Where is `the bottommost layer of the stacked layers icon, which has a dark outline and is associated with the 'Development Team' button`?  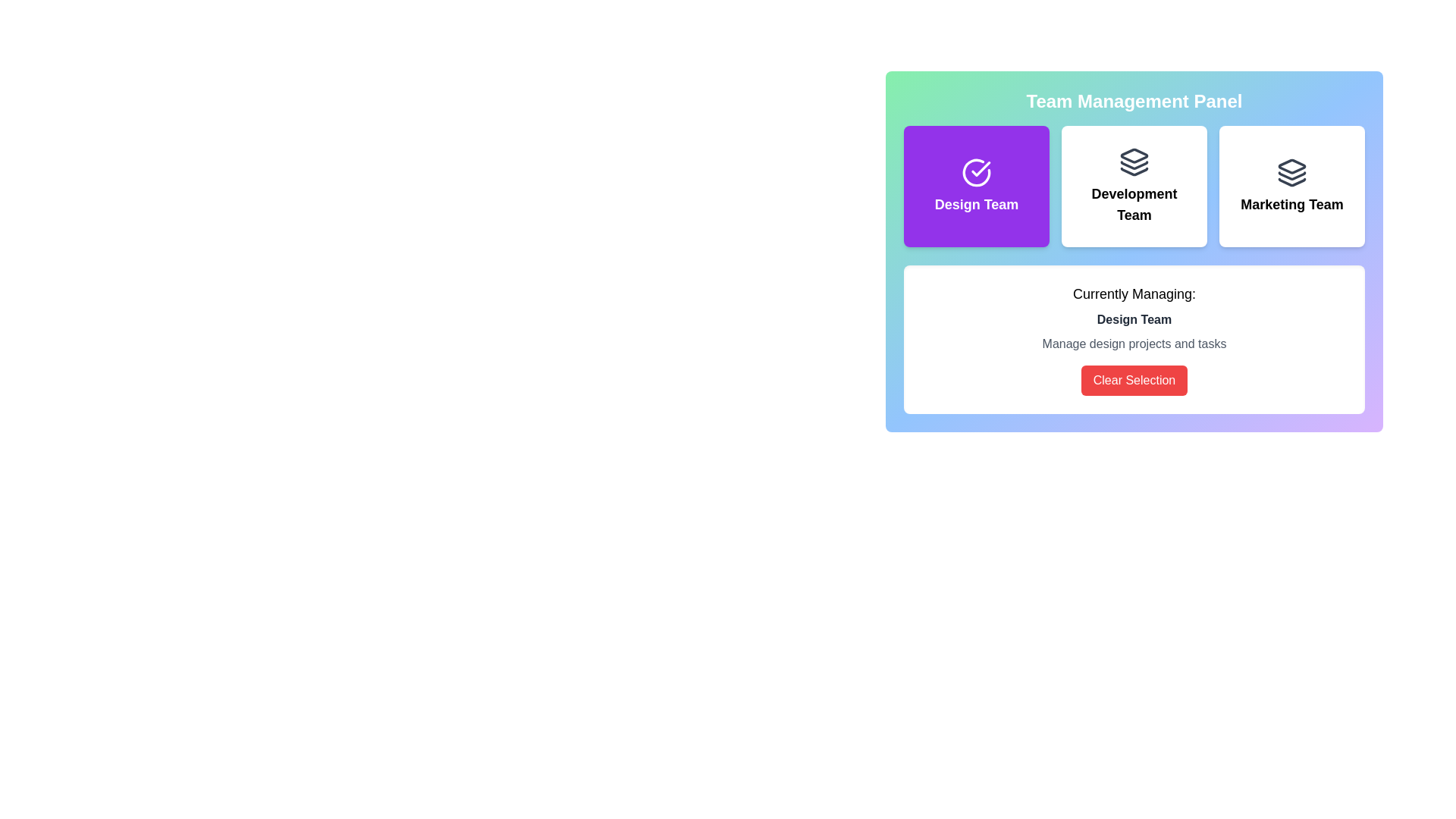 the bottommost layer of the stacked layers icon, which has a dark outline and is associated with the 'Development Team' button is located at coordinates (1134, 171).